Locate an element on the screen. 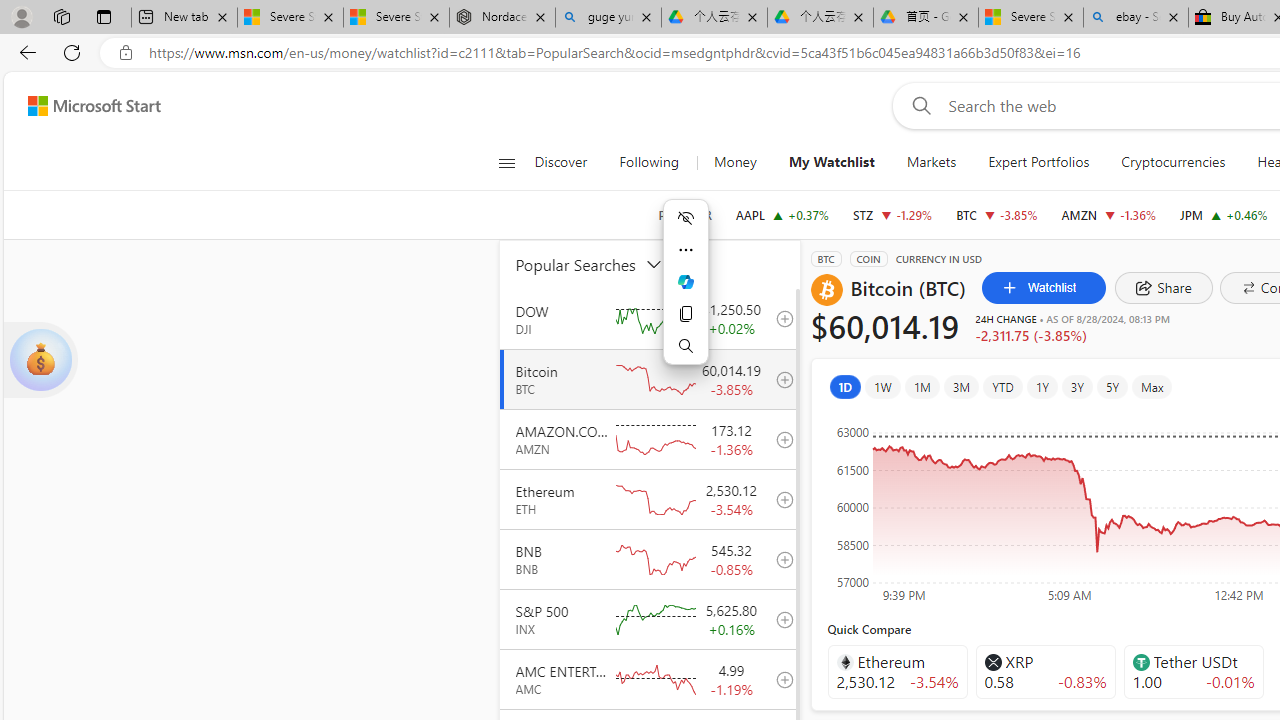 Image resolution: width=1280 pixels, height=720 pixels. 'Mini menu on text selection' is located at coordinates (686, 293).